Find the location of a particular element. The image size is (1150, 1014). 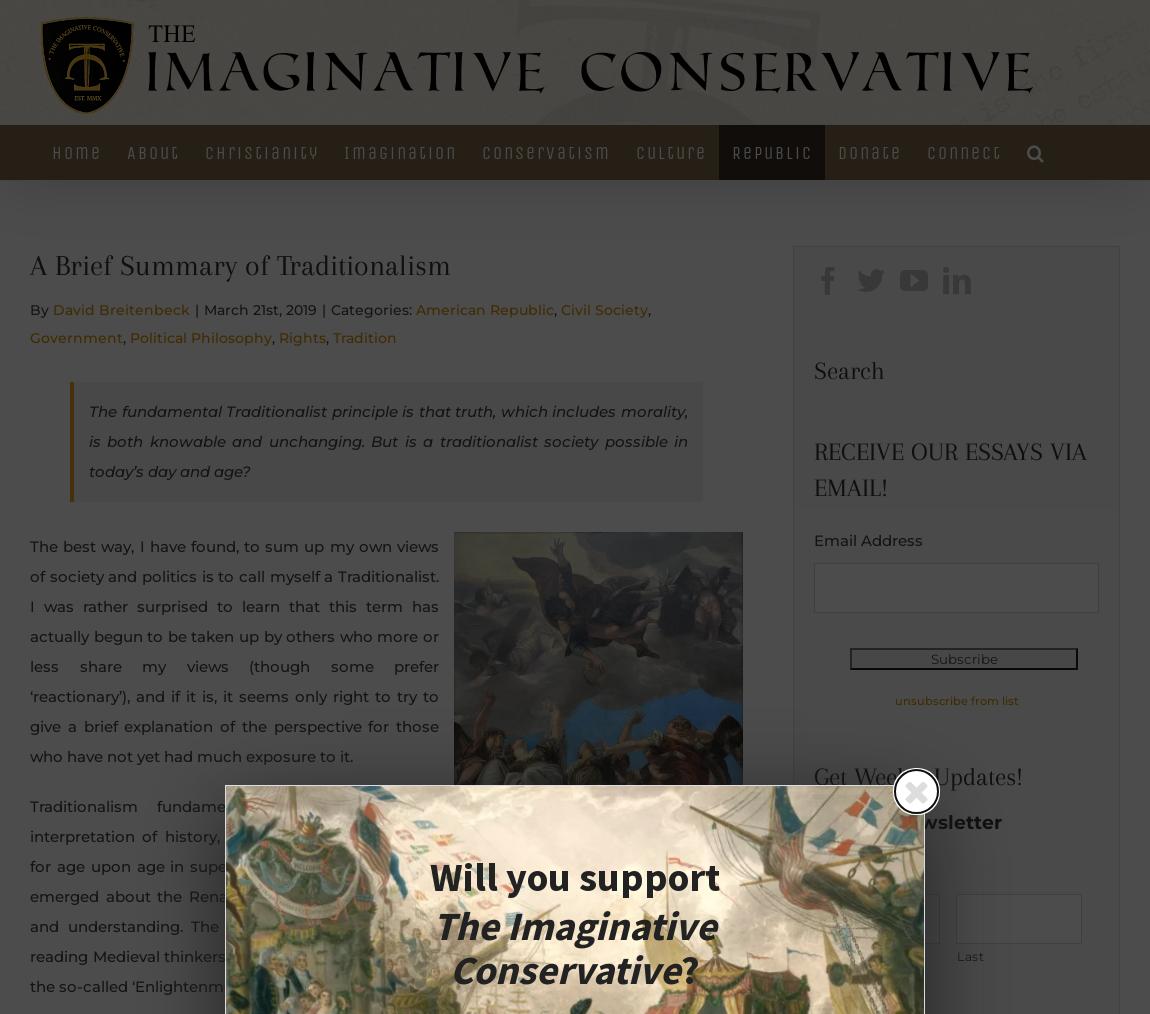

'Search' is located at coordinates (812, 369).